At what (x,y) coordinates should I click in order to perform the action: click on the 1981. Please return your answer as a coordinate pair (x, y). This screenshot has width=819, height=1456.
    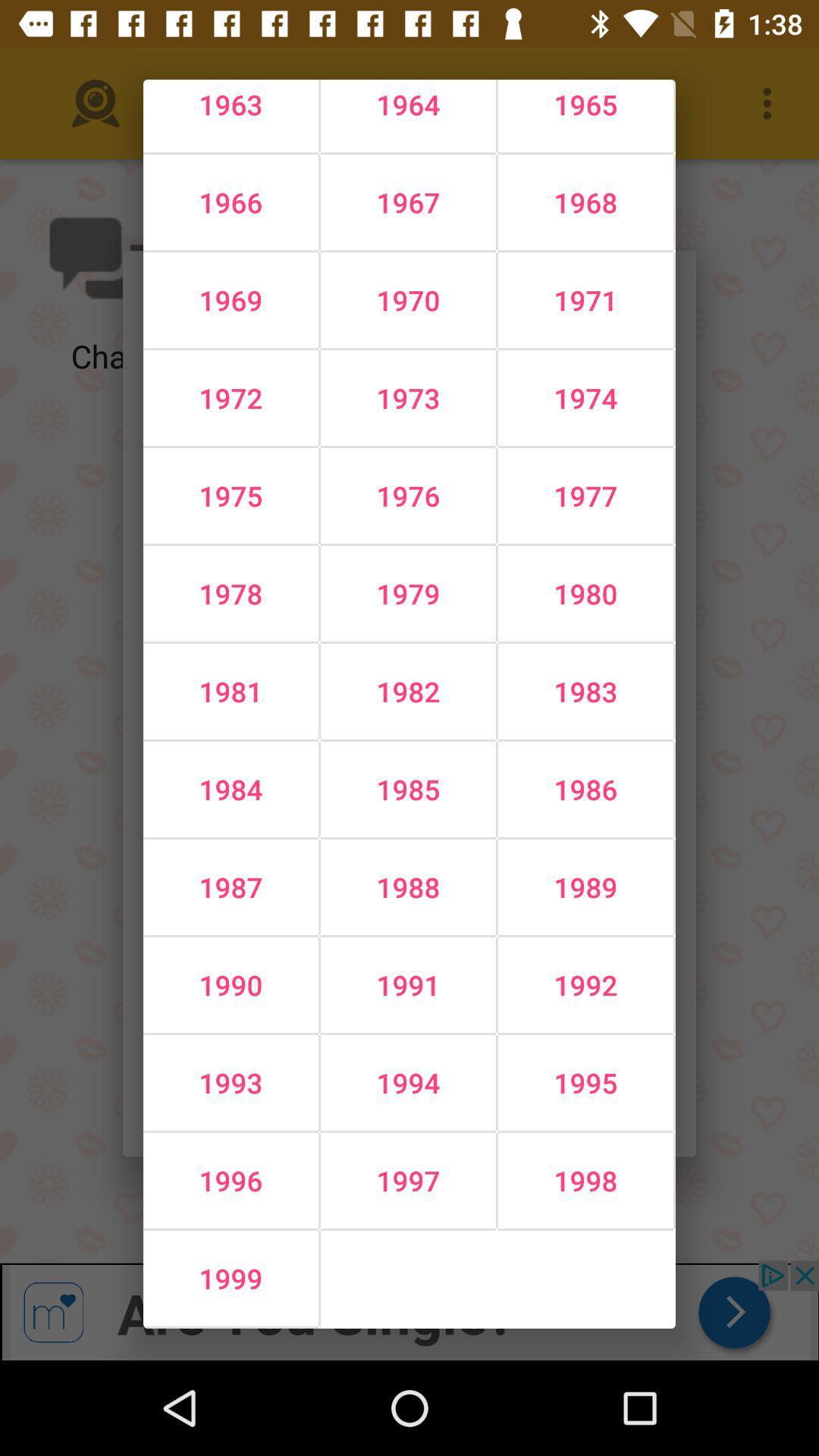
    Looking at the image, I should click on (231, 691).